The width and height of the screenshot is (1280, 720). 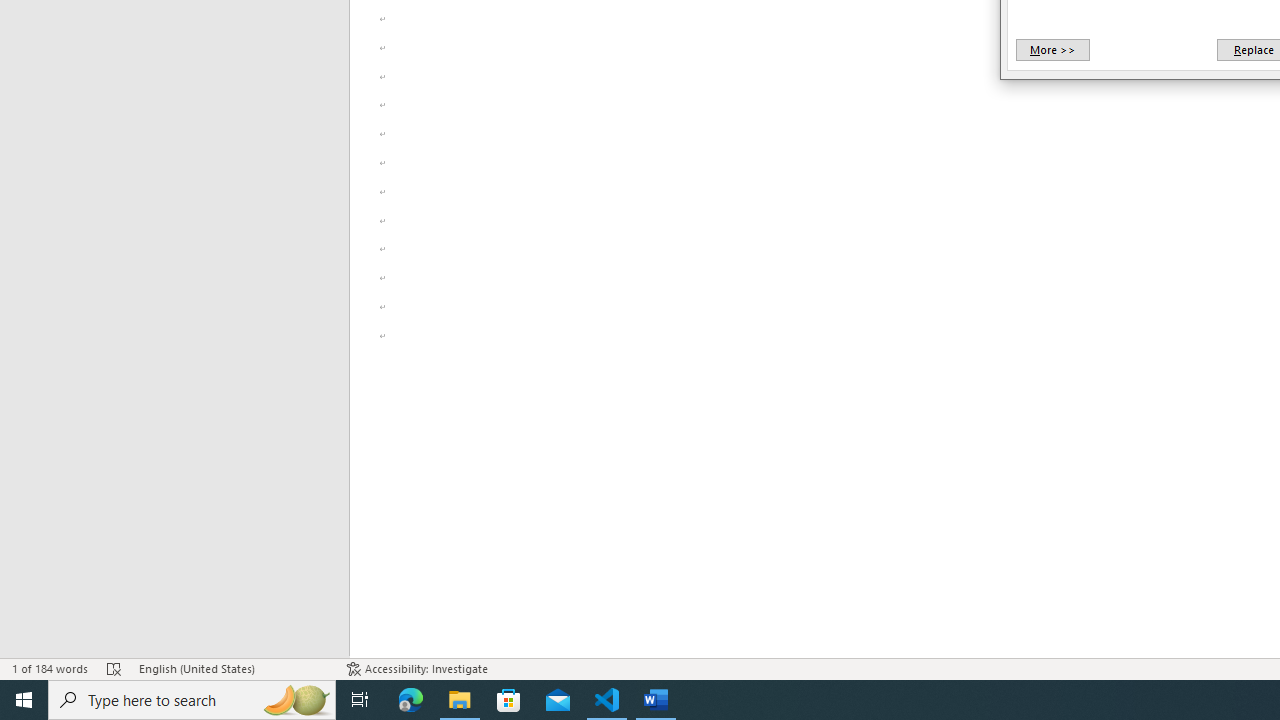 What do you see at coordinates (24, 698) in the screenshot?
I see `'Start'` at bounding box center [24, 698].